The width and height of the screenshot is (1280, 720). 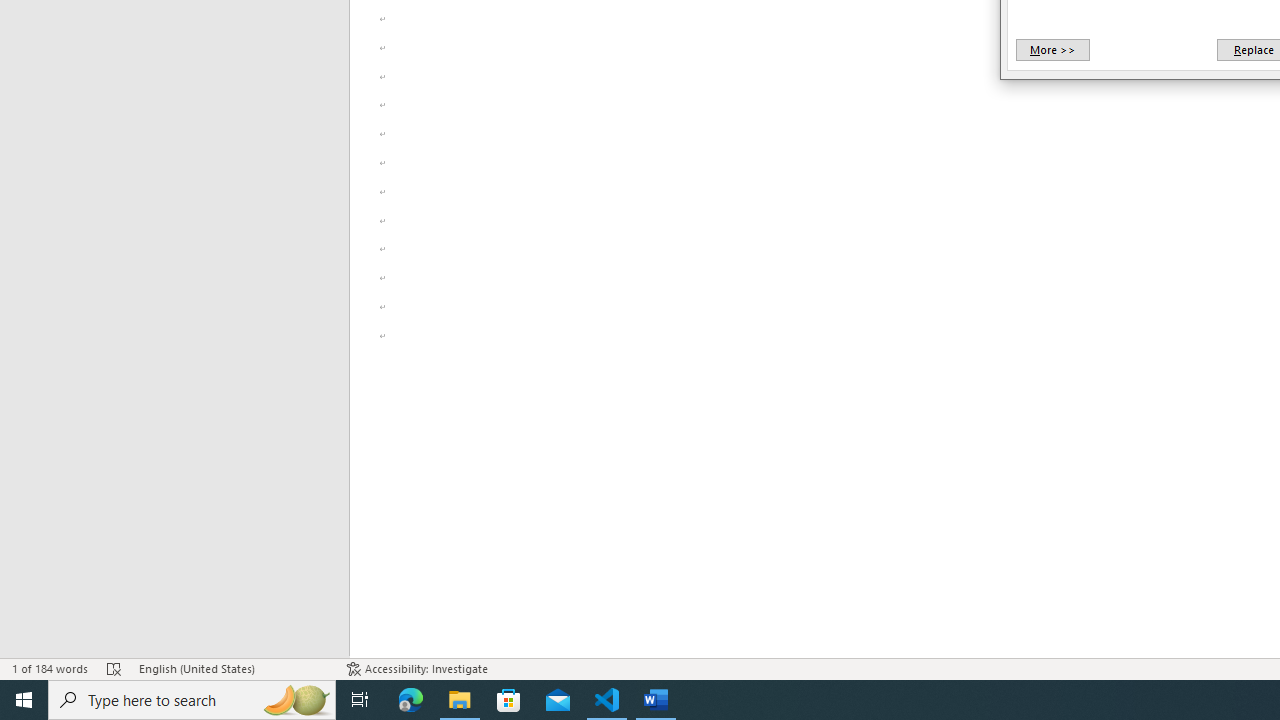 What do you see at coordinates (24, 698) in the screenshot?
I see `'Start'` at bounding box center [24, 698].